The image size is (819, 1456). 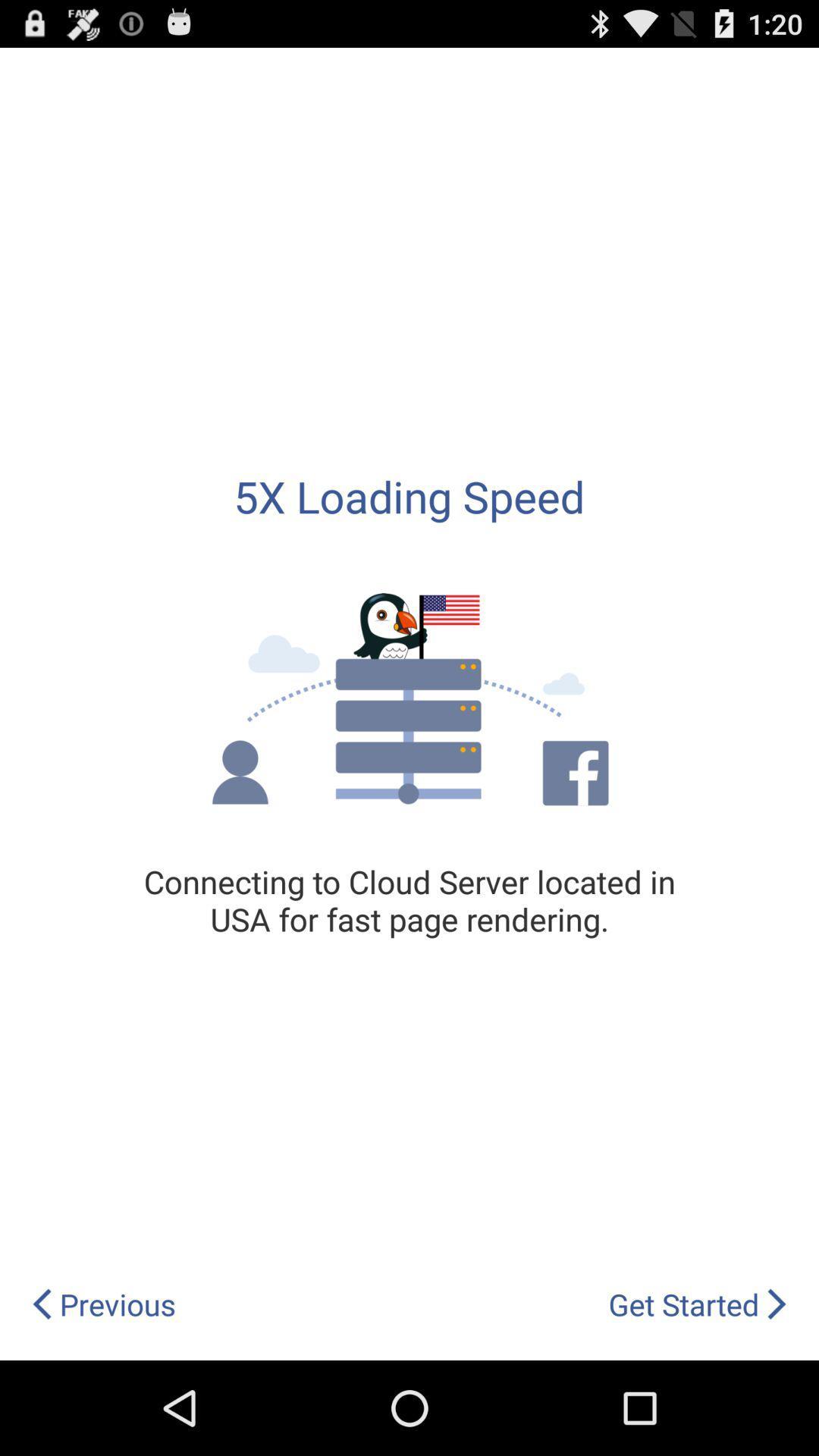 What do you see at coordinates (698, 1304) in the screenshot?
I see `app below the connecting to cloud icon` at bounding box center [698, 1304].